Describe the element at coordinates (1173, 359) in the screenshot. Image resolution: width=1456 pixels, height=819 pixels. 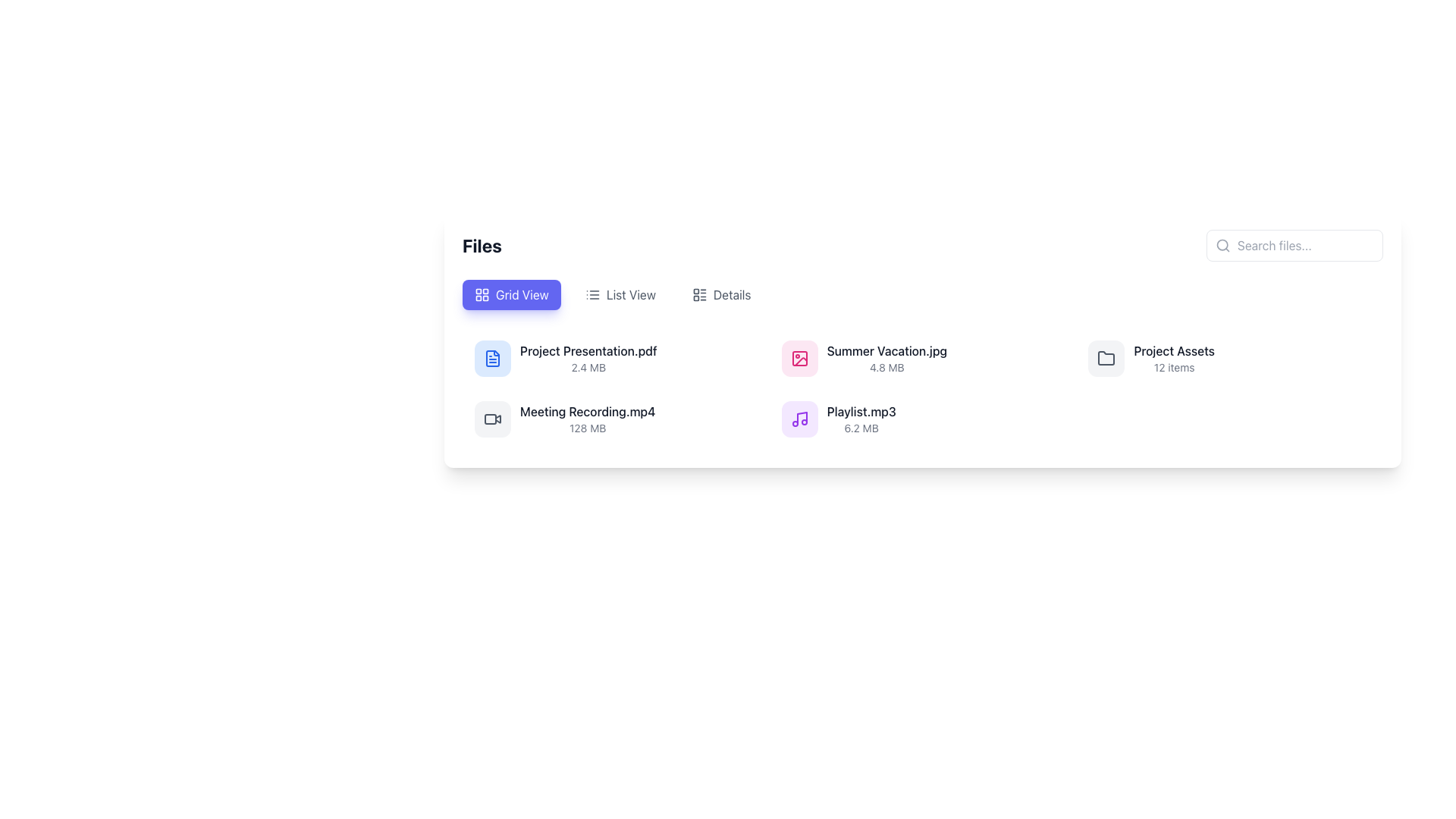
I see `the descriptive text element displaying 'Project Assets' and '12 items' located in the bottom-right corner of the grid view, adjacent to the folder icon` at that location.